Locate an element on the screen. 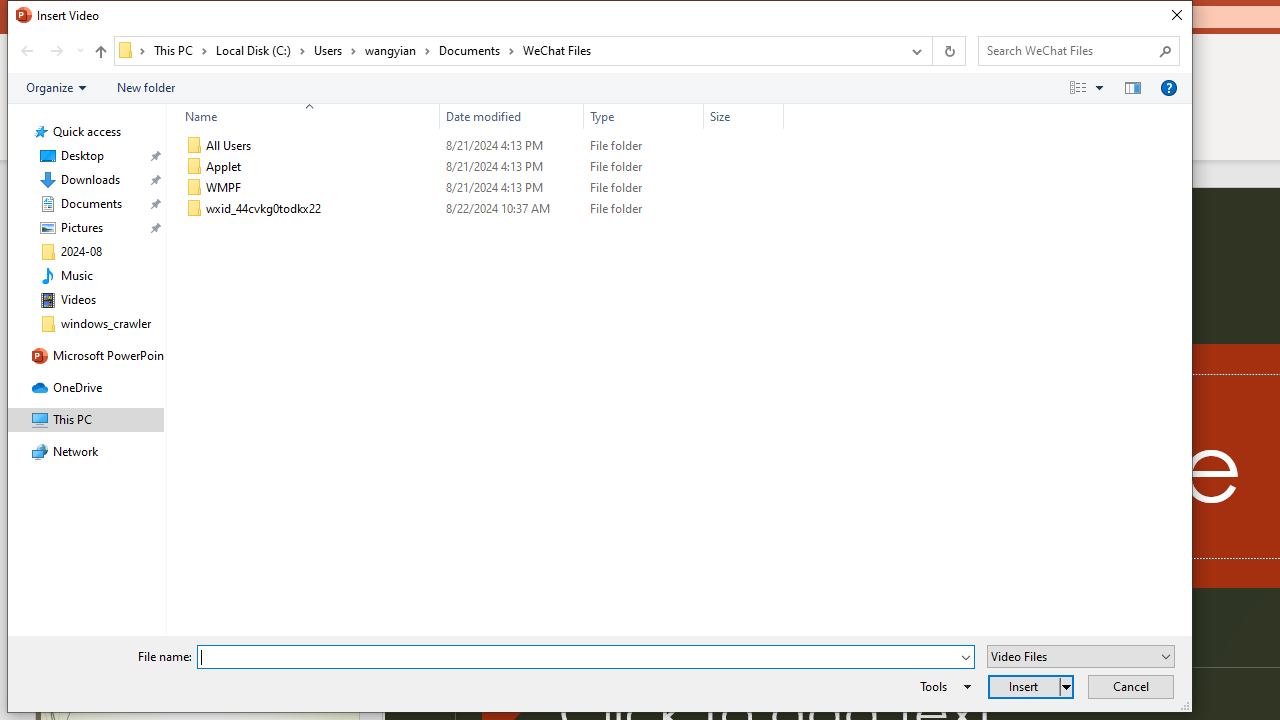 The image size is (1280, 720). 'Filter dropdown' is located at coordinates (774, 116).